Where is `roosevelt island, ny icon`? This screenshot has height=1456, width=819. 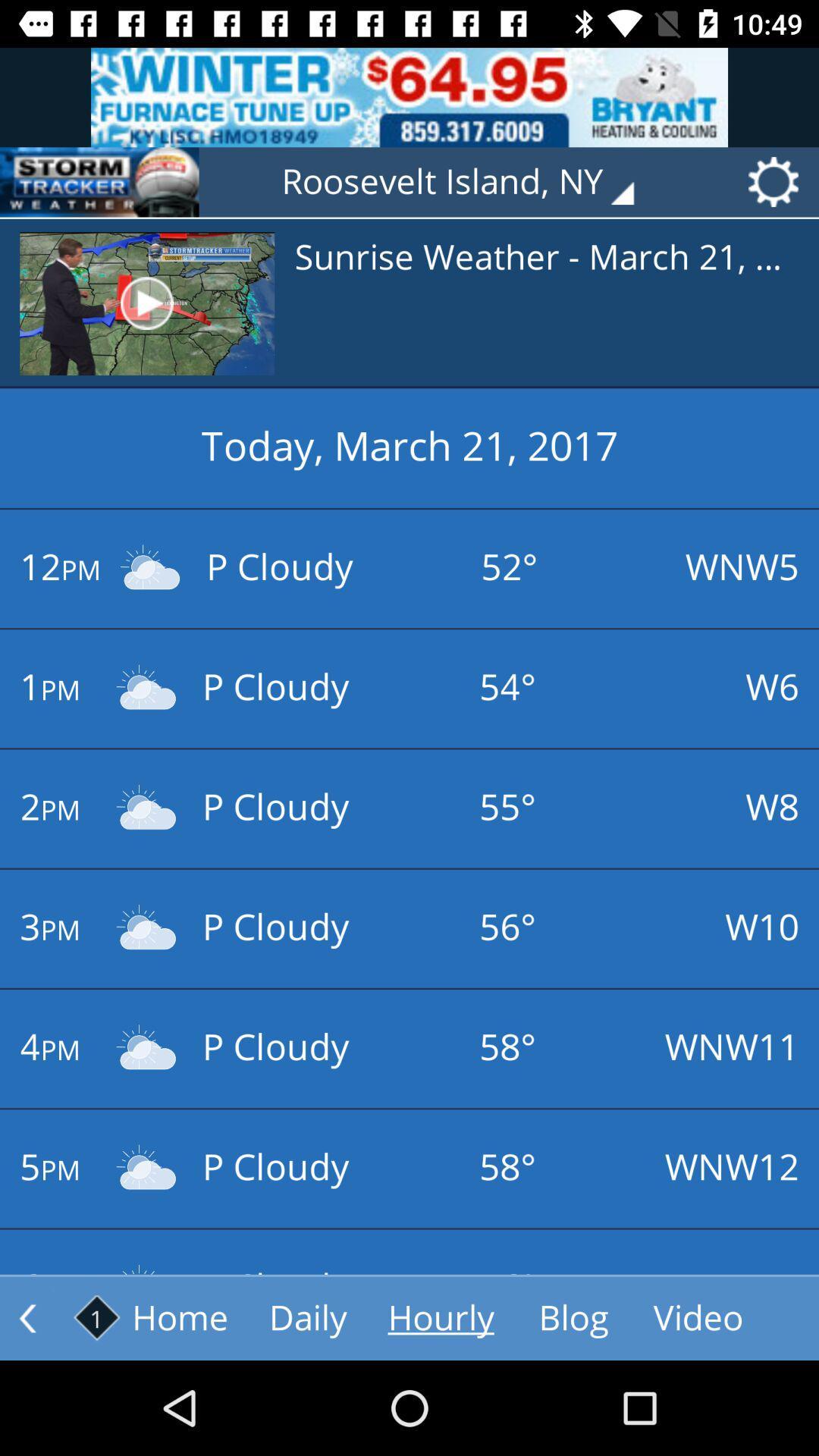
roosevelt island, ny icon is located at coordinates (468, 182).